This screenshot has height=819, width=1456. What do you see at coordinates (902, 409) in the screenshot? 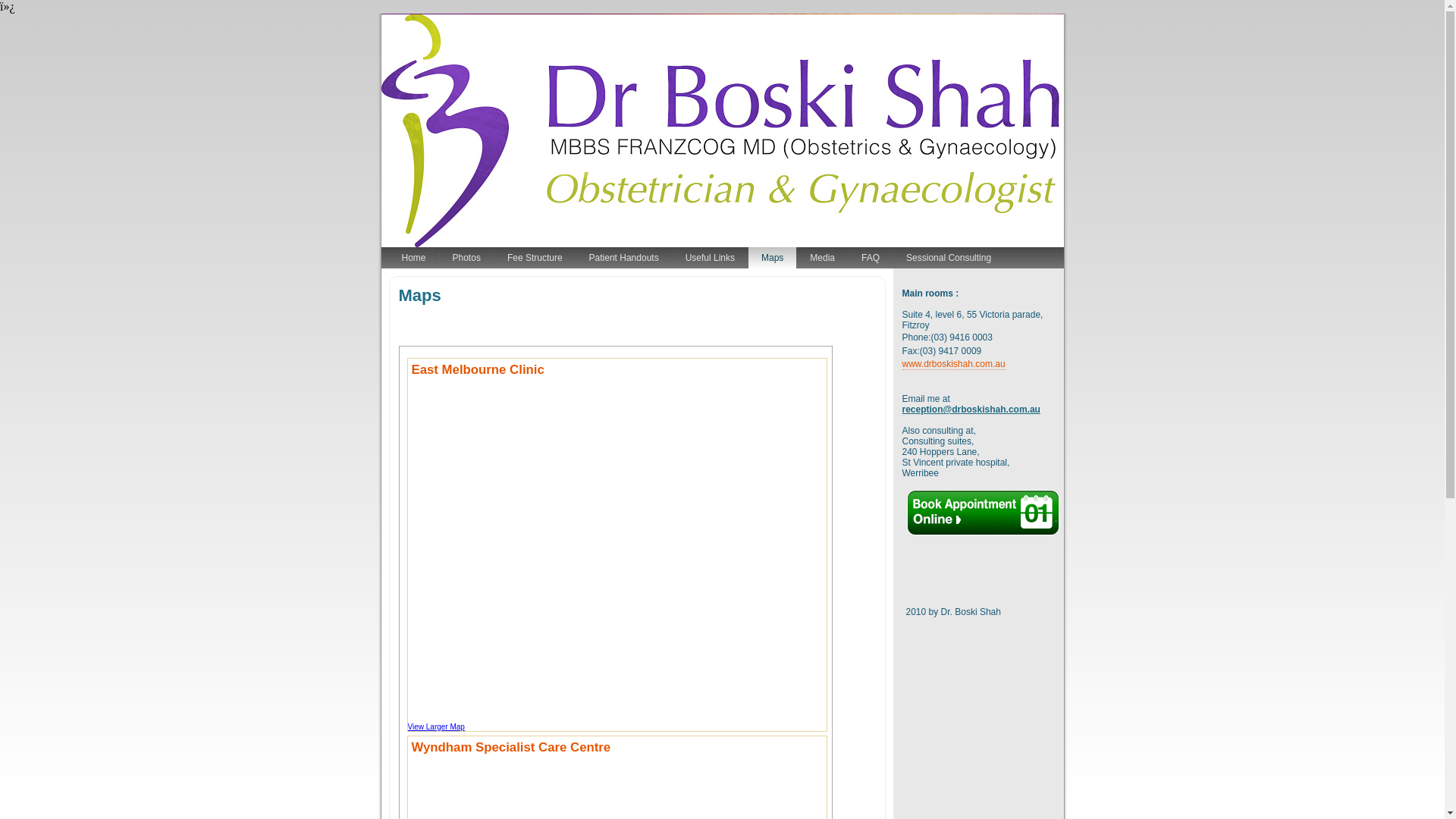
I see `'reception@drboskishah.com.au'` at bounding box center [902, 409].